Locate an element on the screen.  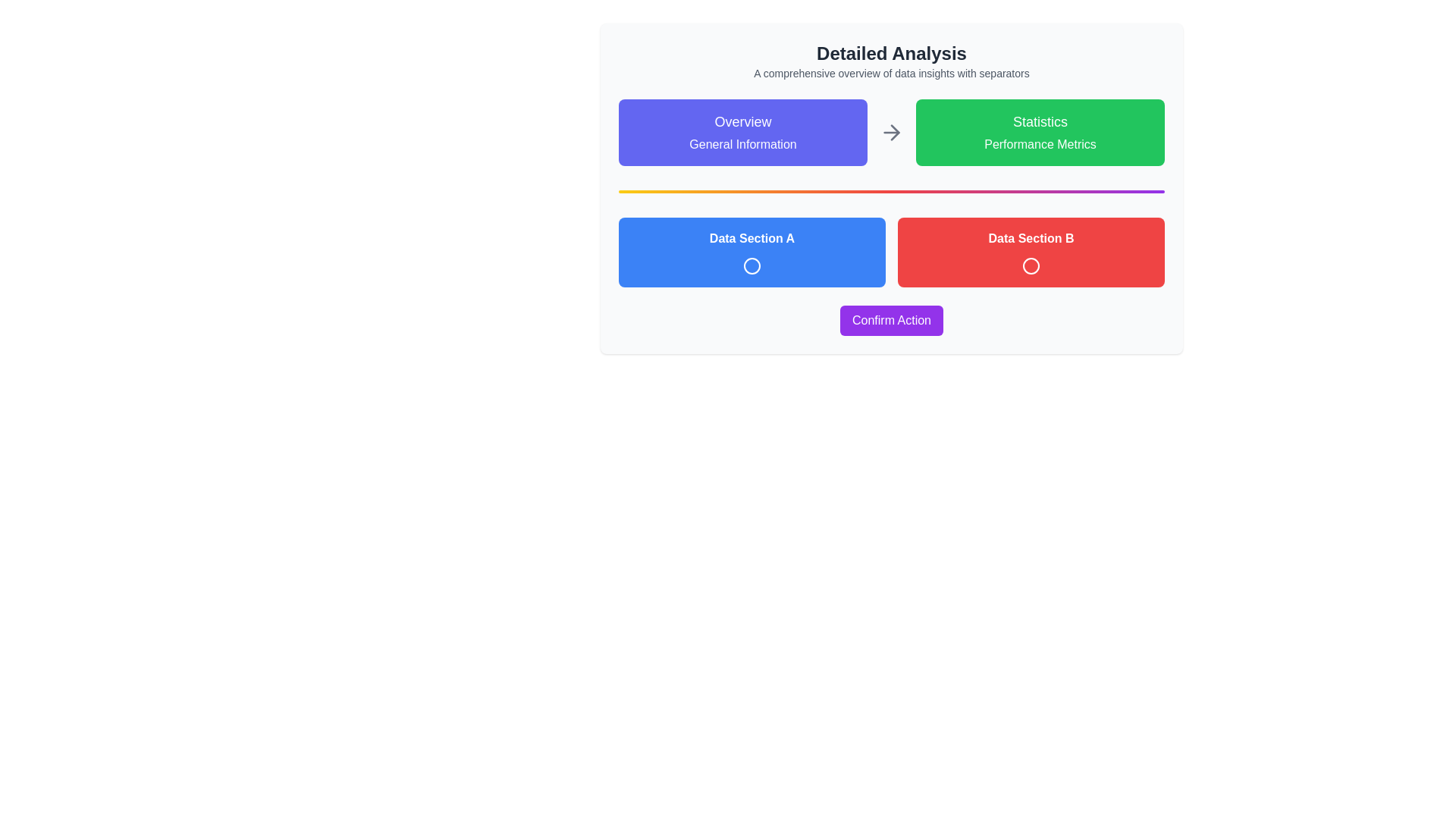
the text label 'Data Section A' which is styled with a medium-sized, bold font and is positioned within a blue, rounded rectangular button, indicating it is a section header or navigation item is located at coordinates (752, 239).